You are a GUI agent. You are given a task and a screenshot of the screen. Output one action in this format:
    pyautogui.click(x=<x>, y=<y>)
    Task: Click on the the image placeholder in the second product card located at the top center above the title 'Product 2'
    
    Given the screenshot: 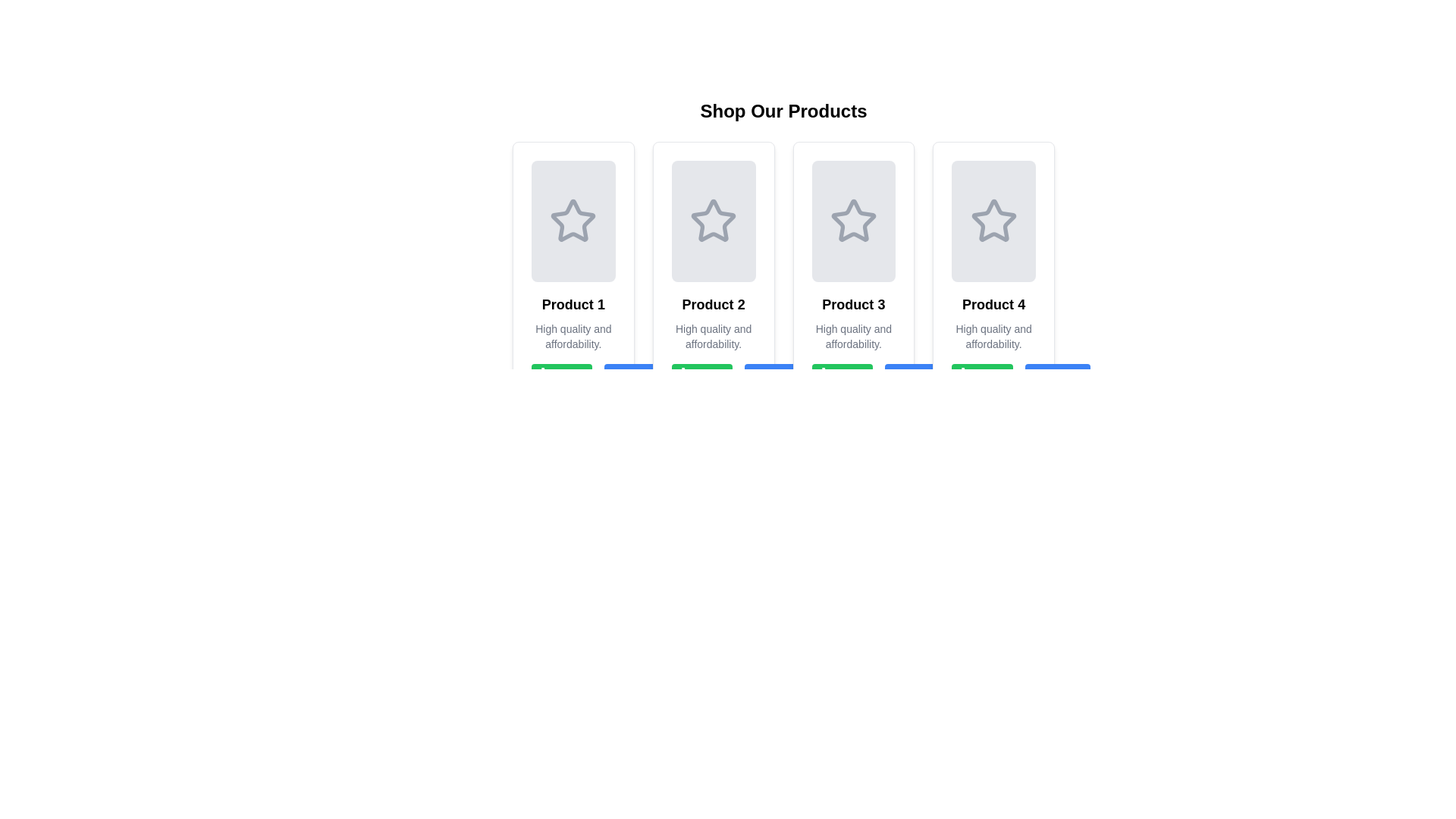 What is the action you would take?
    pyautogui.click(x=713, y=221)
    